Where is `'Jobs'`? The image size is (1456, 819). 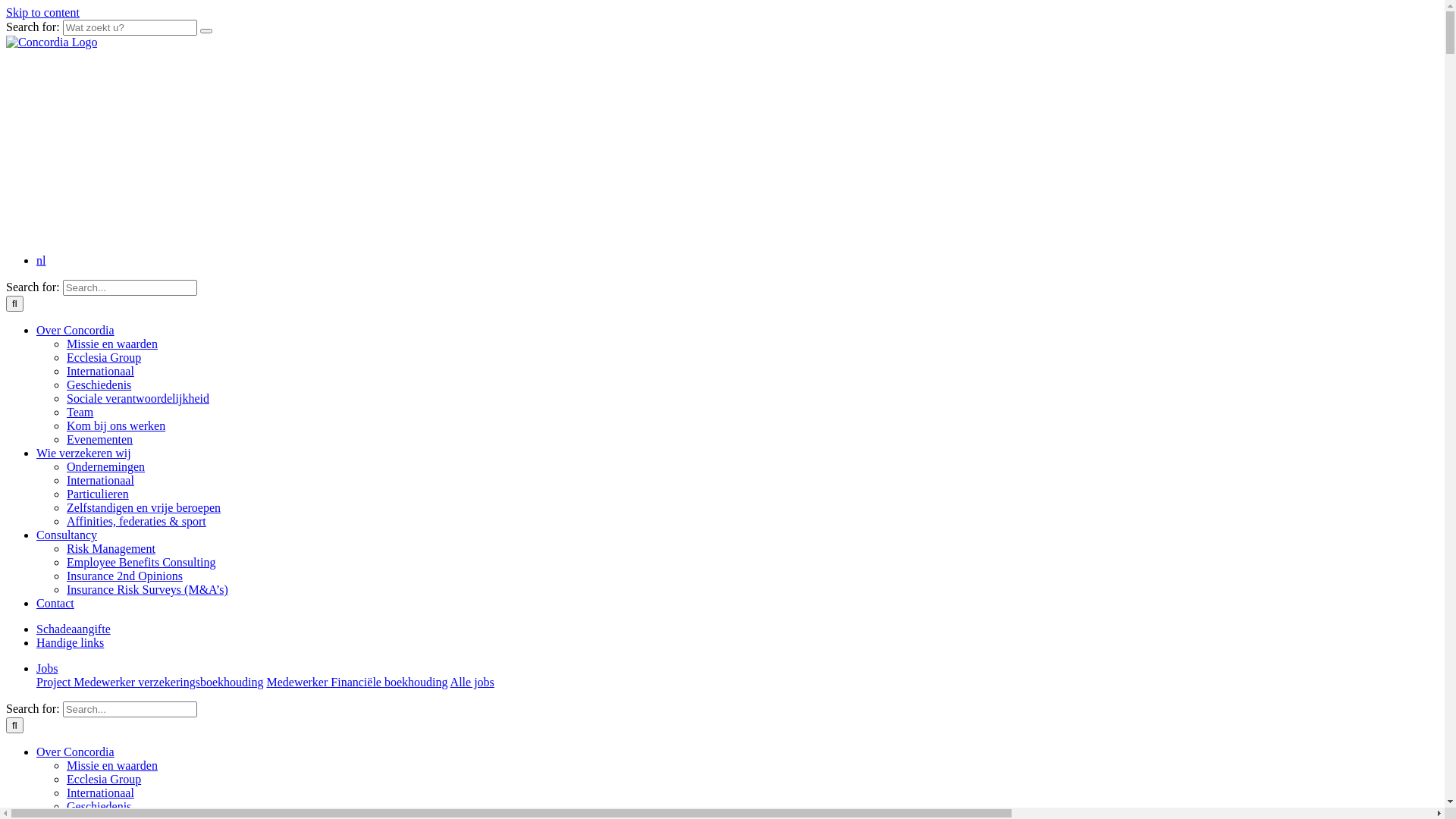
'Jobs' is located at coordinates (47, 667).